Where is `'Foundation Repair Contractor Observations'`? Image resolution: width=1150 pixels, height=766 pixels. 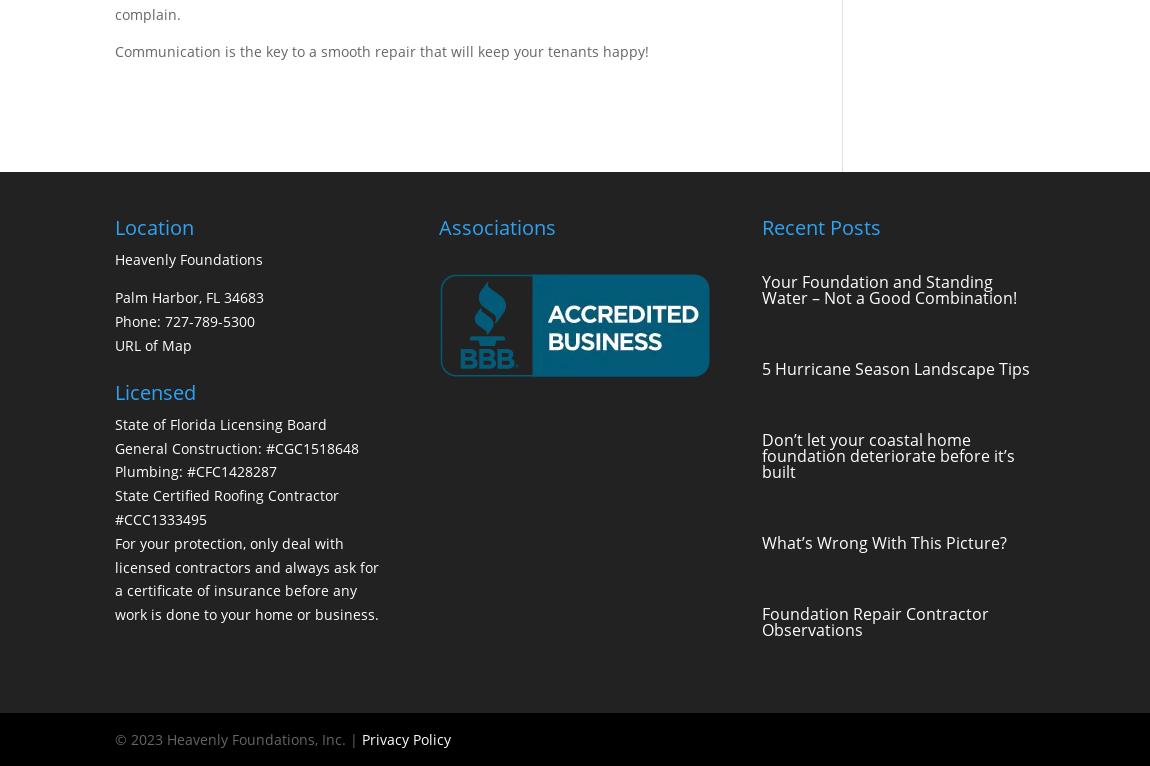 'Foundation Repair Contractor Observations' is located at coordinates (760, 619).